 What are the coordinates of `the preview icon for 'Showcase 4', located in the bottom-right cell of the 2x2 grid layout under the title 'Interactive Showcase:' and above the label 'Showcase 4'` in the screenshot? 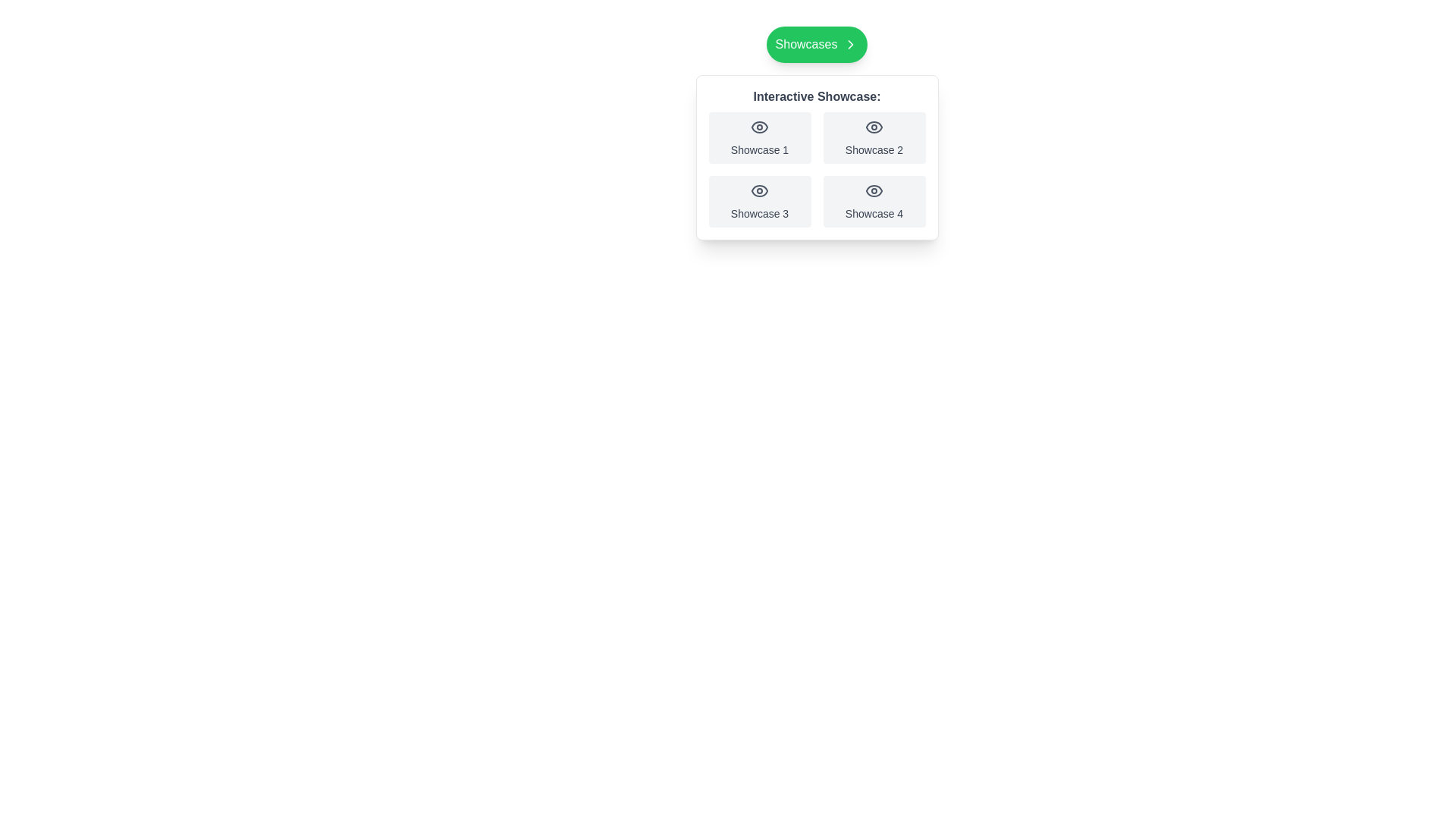 It's located at (874, 190).